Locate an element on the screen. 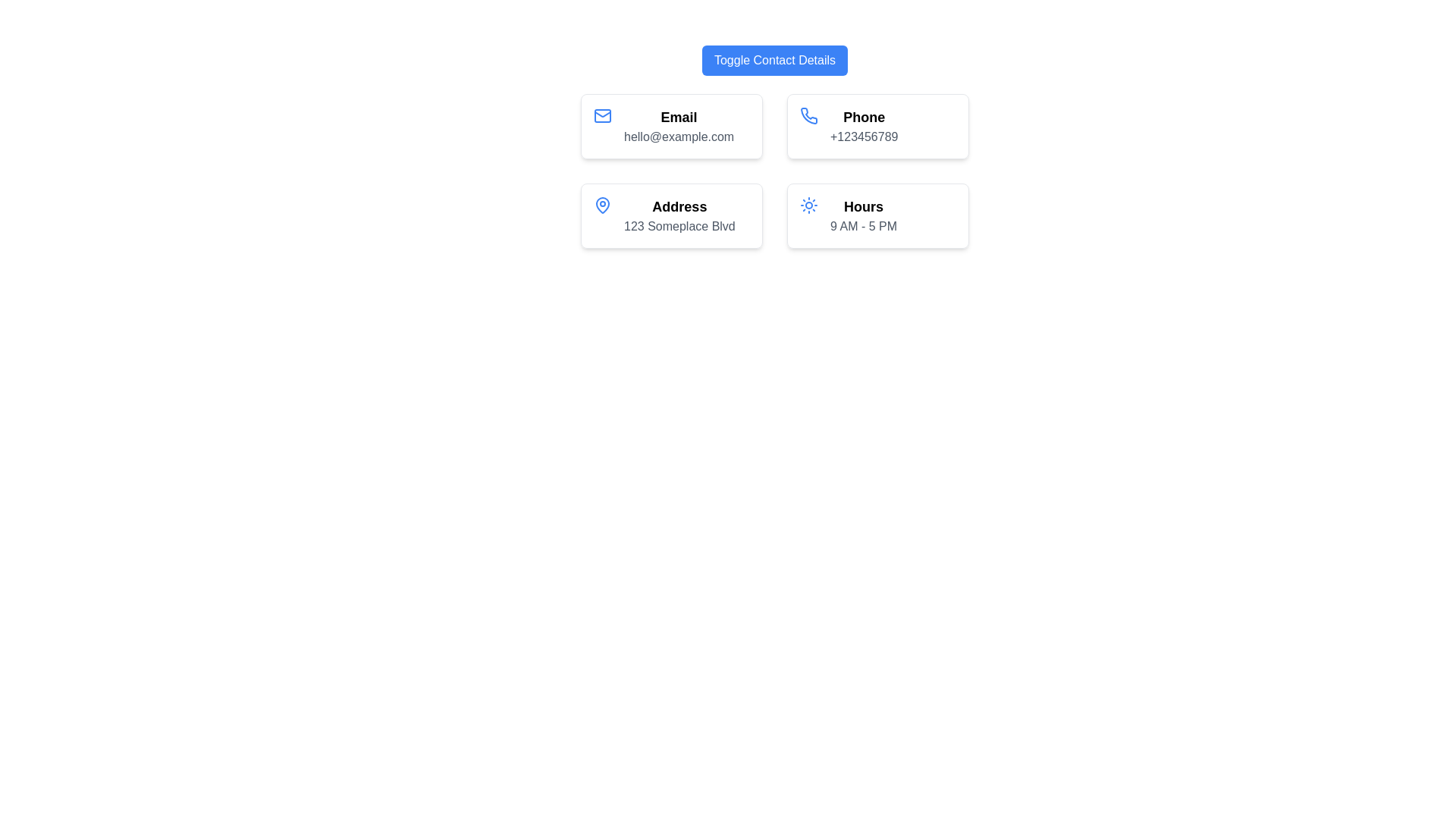 This screenshot has height=819, width=1456. the pin icon located in the 'Address' section, which indicates a location and is positioned to the left of the 'Address' label within the contact information grid is located at coordinates (602, 205).